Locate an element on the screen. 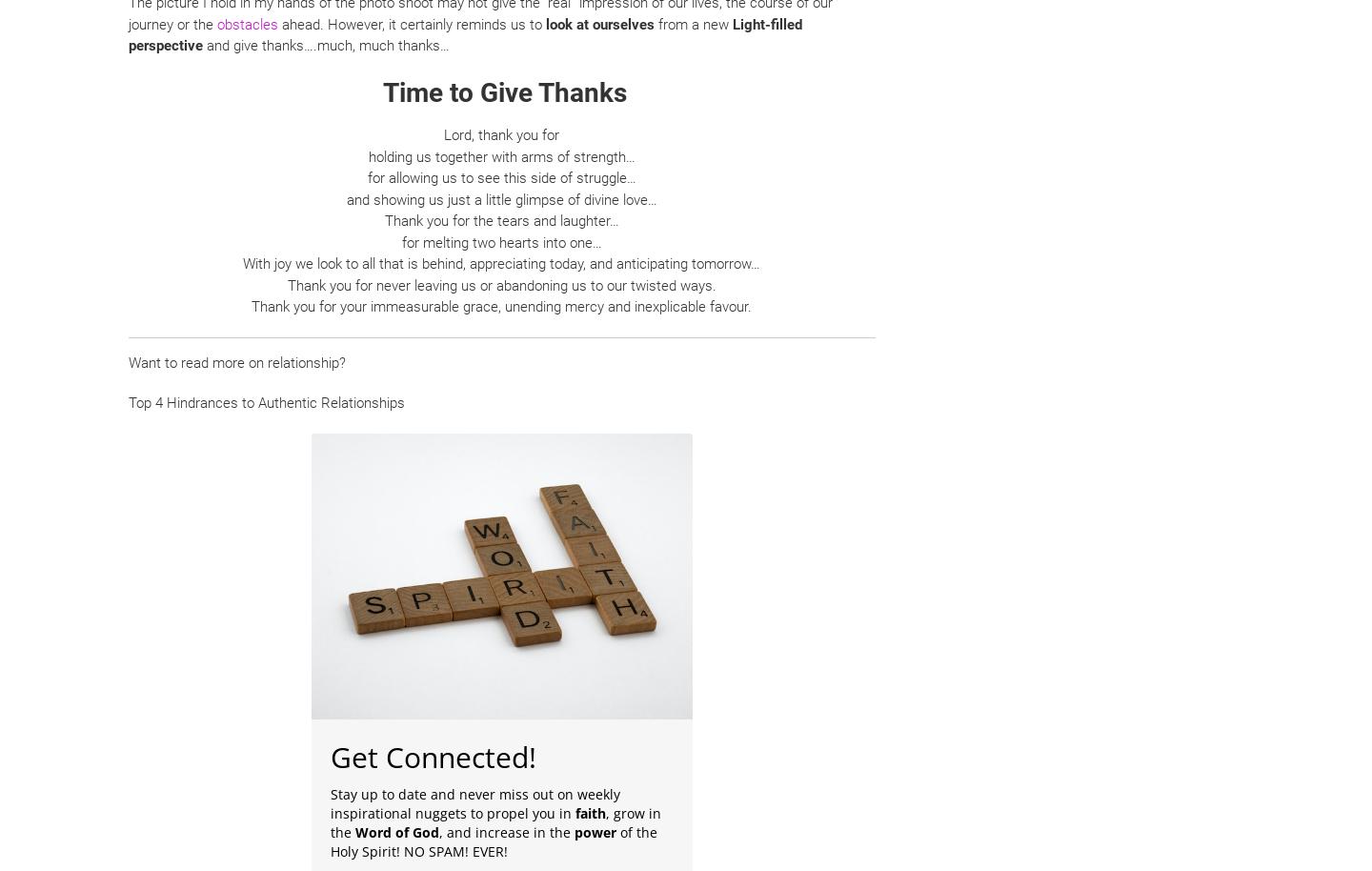 This screenshot has height=871, width=1372. 'Top 4 Hindrances to Authentic Relationships' is located at coordinates (265, 401).